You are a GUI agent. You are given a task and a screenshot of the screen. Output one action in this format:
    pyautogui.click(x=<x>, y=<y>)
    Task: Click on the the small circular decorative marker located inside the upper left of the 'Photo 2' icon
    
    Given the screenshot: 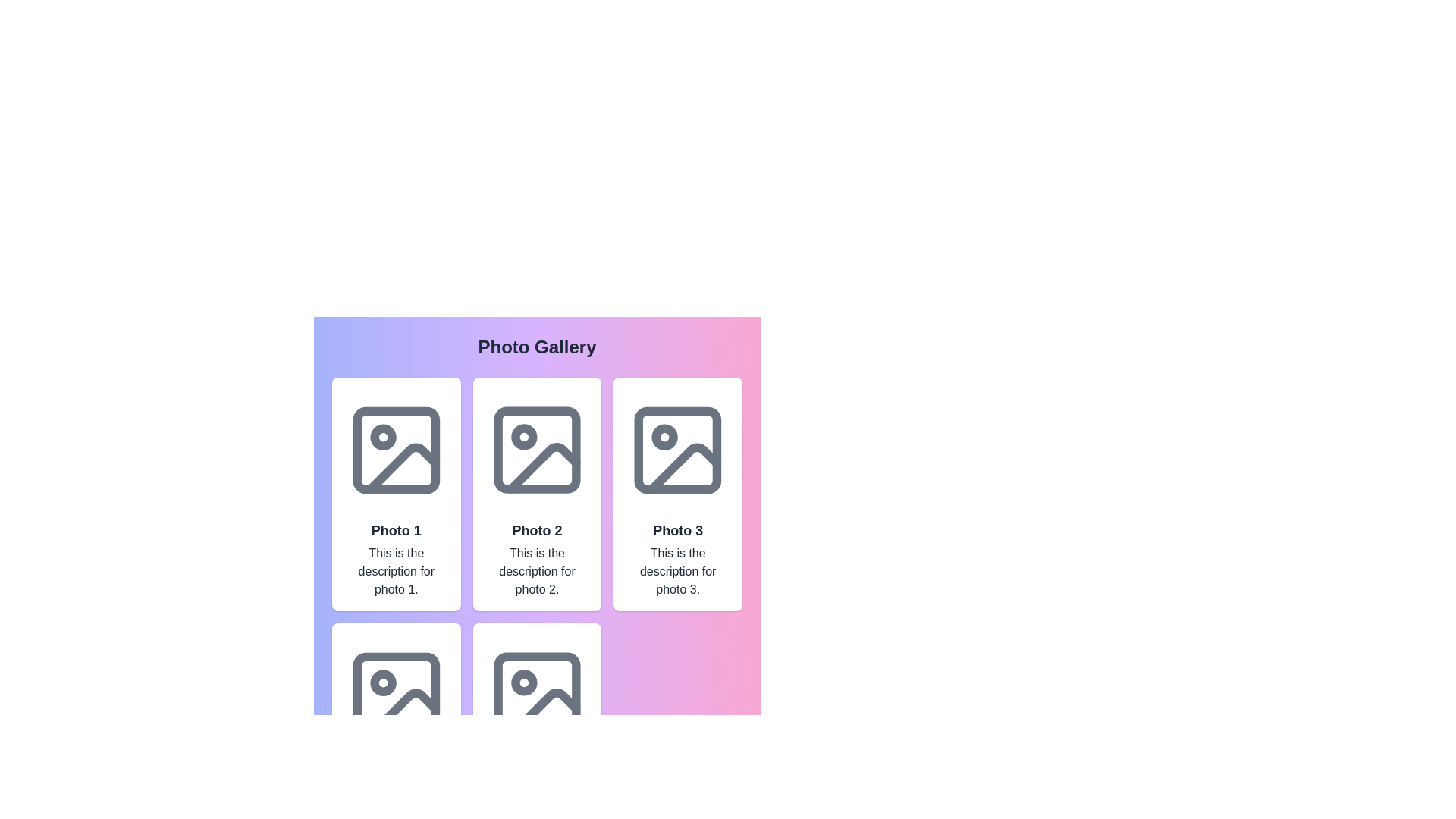 What is the action you would take?
    pyautogui.click(x=524, y=437)
    